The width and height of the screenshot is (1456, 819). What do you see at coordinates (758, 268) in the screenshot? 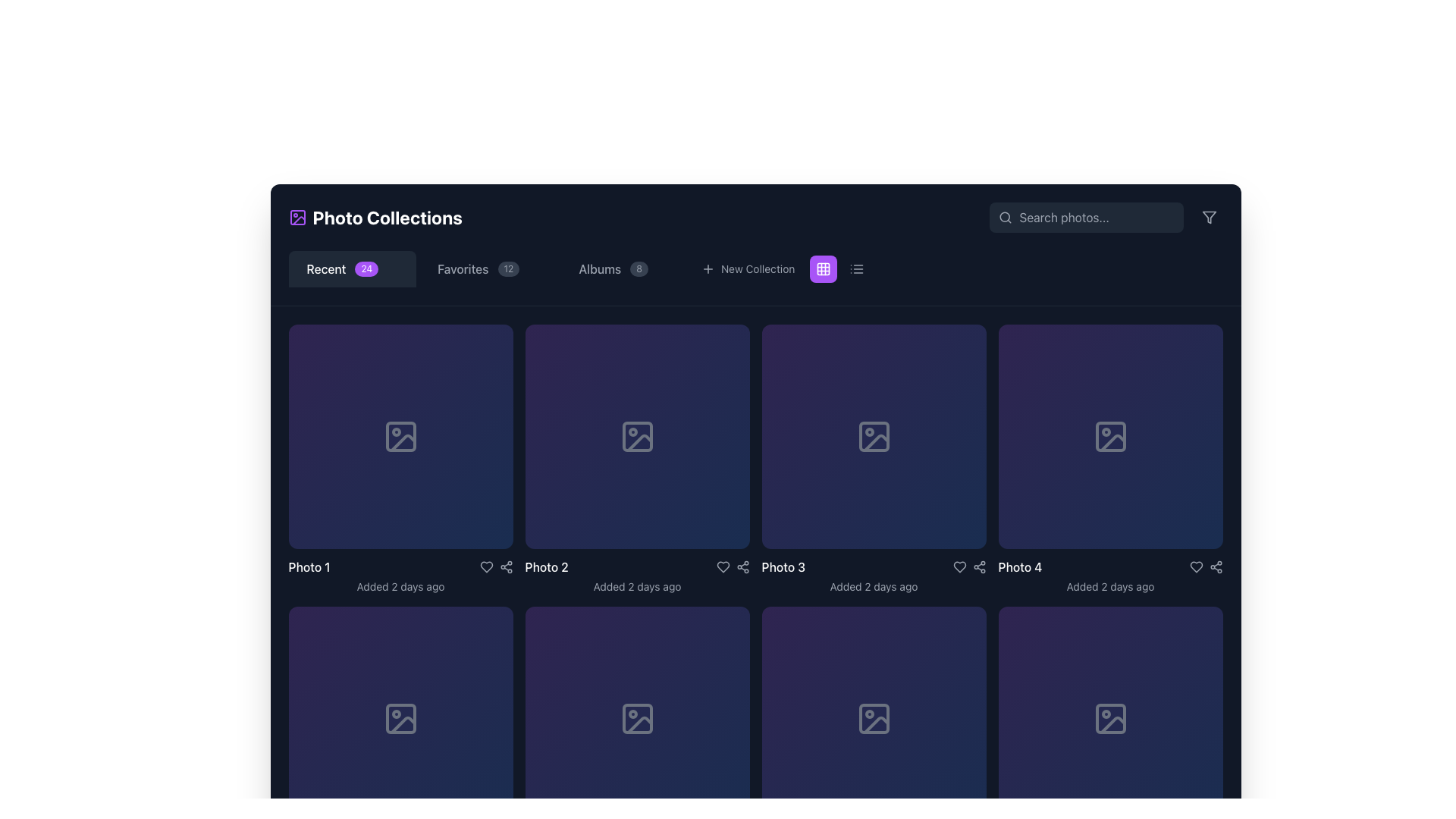
I see `the Text Label indicating the option to create a new collection located in the horizontal toolbar, which is positioned near the top of the interface, immediately following a '+' symbol and adjacent to a square icon` at bounding box center [758, 268].